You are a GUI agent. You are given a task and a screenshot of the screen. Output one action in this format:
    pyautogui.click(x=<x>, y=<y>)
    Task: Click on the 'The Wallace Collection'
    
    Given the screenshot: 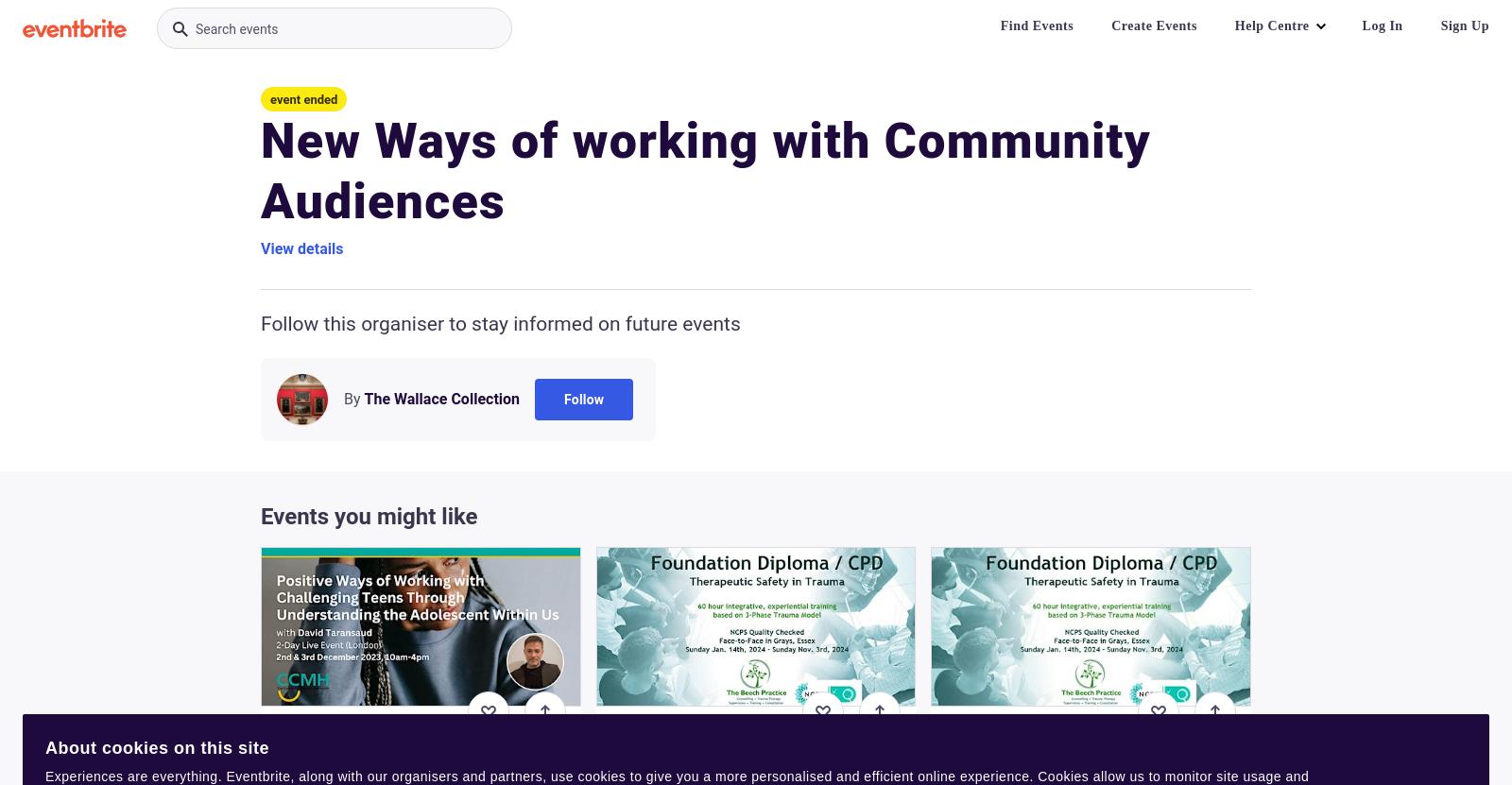 What is the action you would take?
    pyautogui.click(x=440, y=398)
    